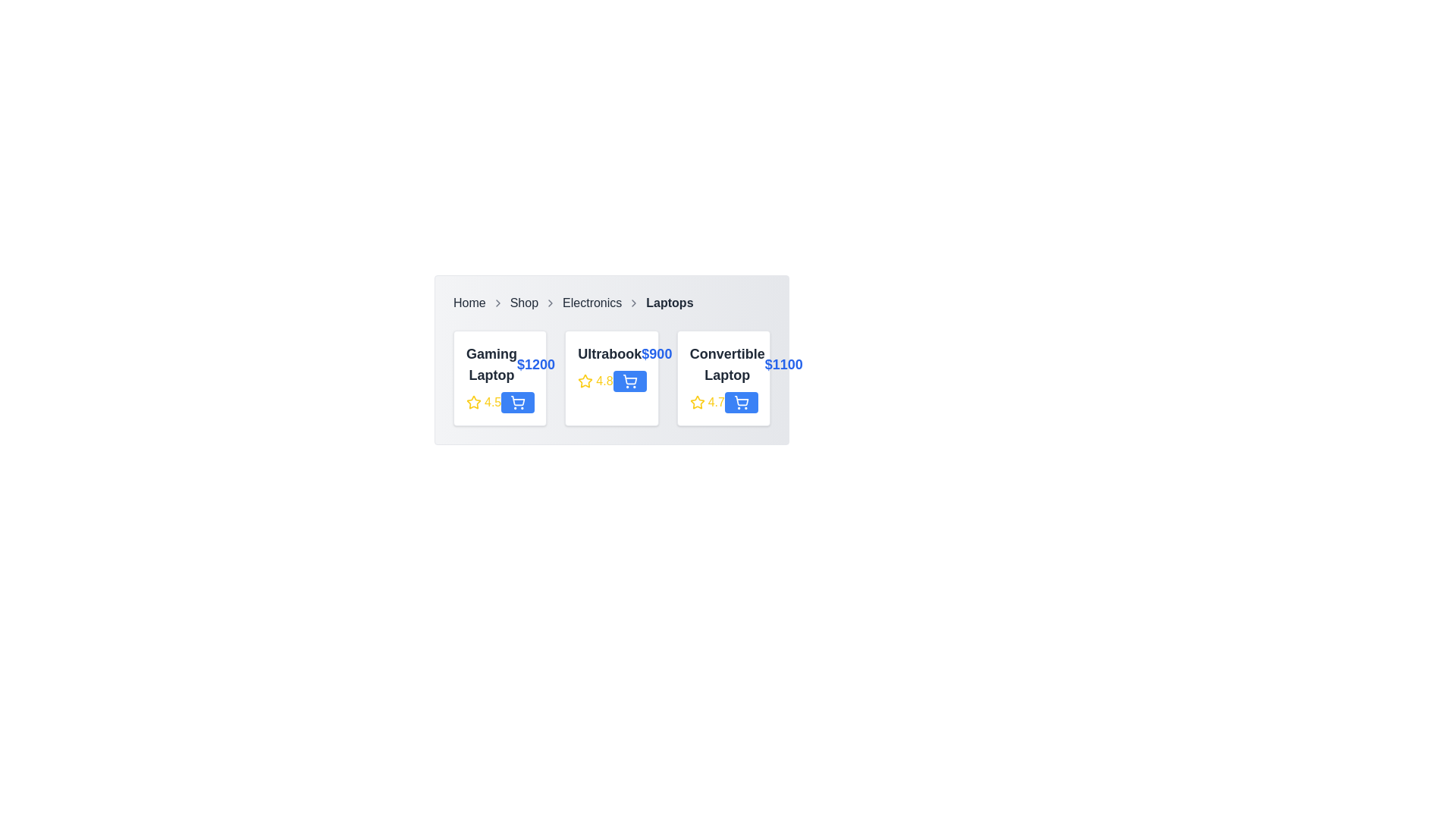 Image resolution: width=1456 pixels, height=819 pixels. Describe the element at coordinates (629, 380) in the screenshot. I see `the blue rectangular button with rounded corners that has a white shopping cart icon` at that location.